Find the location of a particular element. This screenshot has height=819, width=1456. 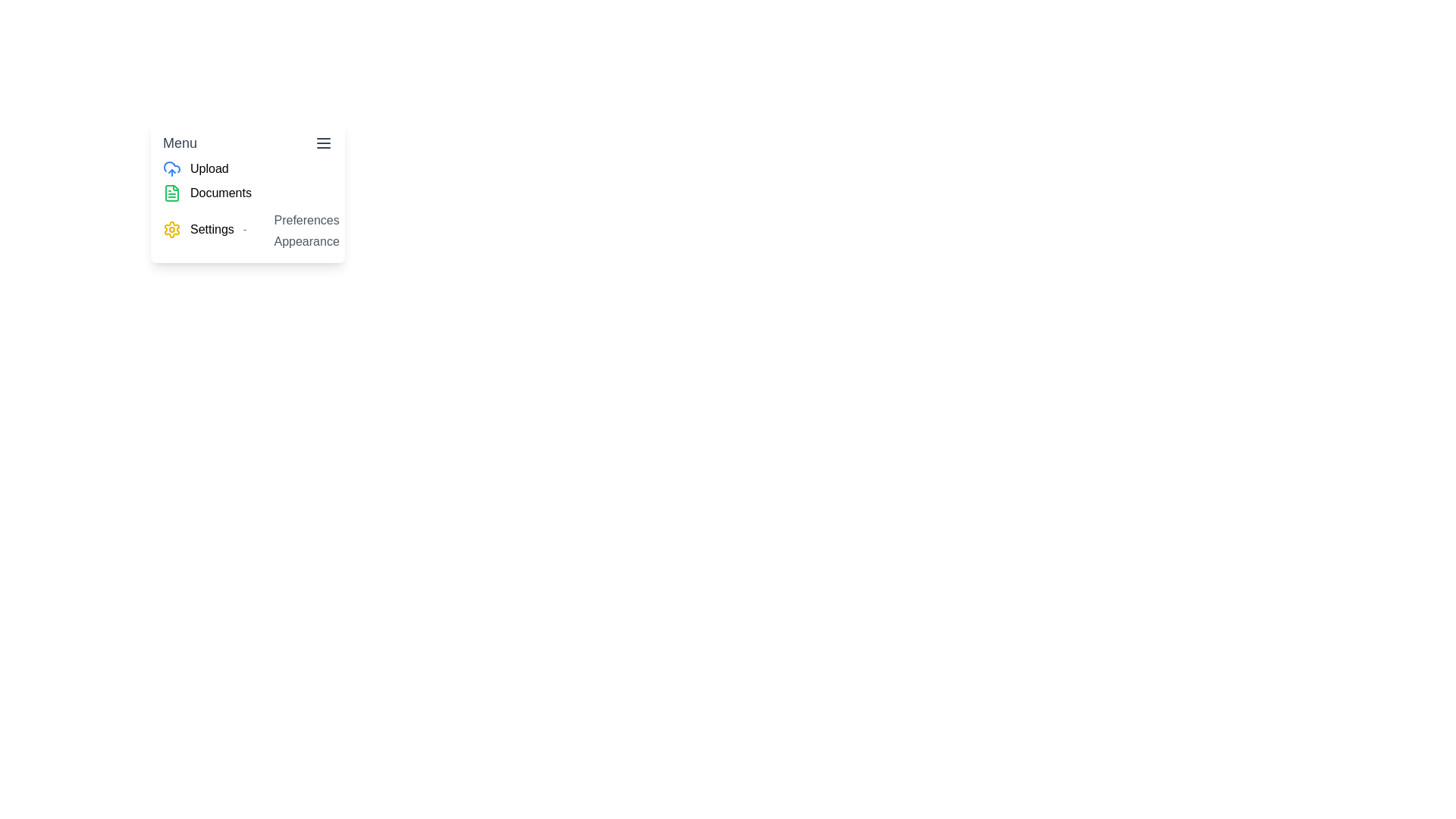

the first text label element that serves as a navigation link or trigger for modifying user preferences, located above the 'Appearance' sibling and near the 'Settings' entry is located at coordinates (306, 220).